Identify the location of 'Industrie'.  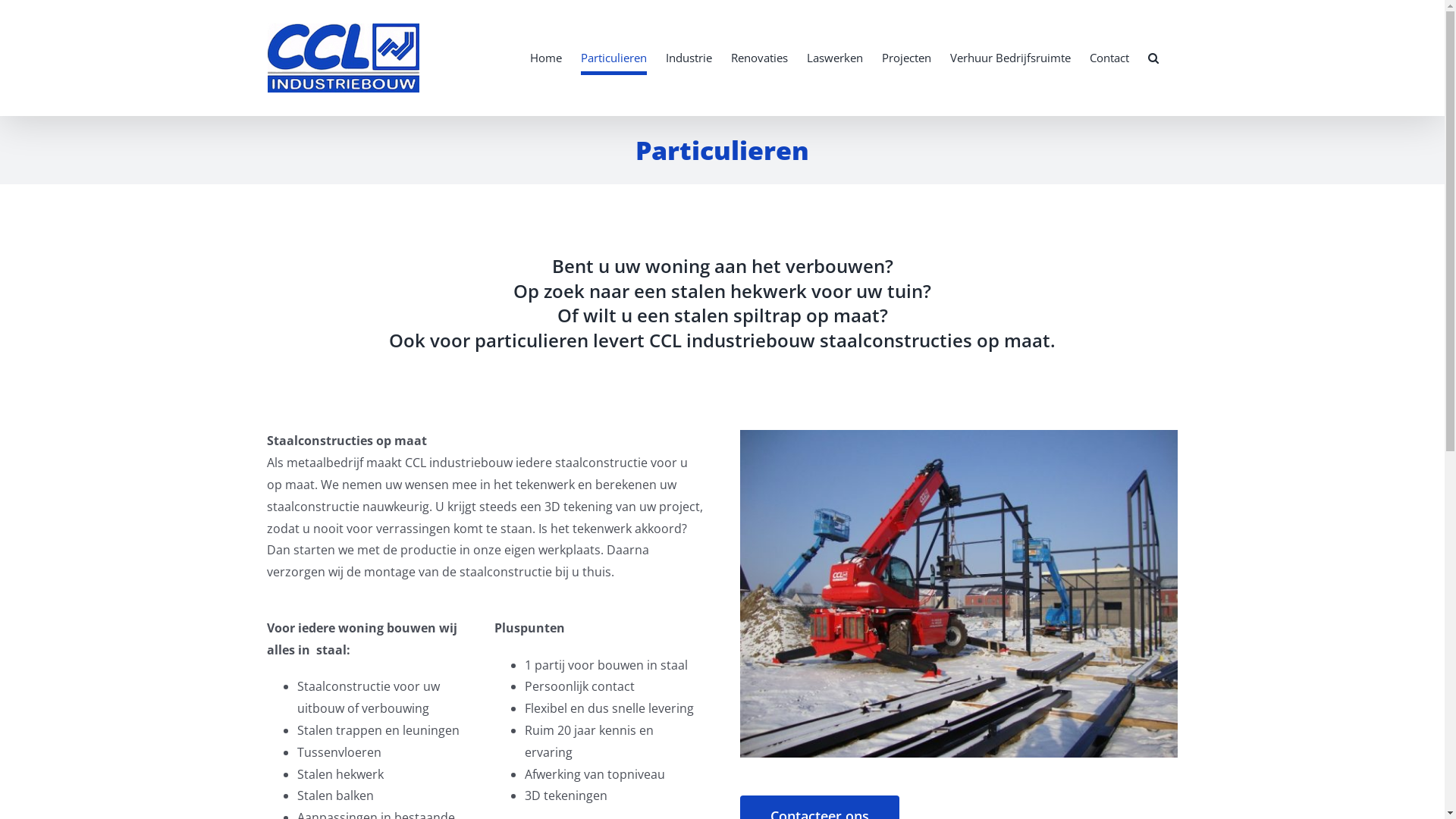
(666, 57).